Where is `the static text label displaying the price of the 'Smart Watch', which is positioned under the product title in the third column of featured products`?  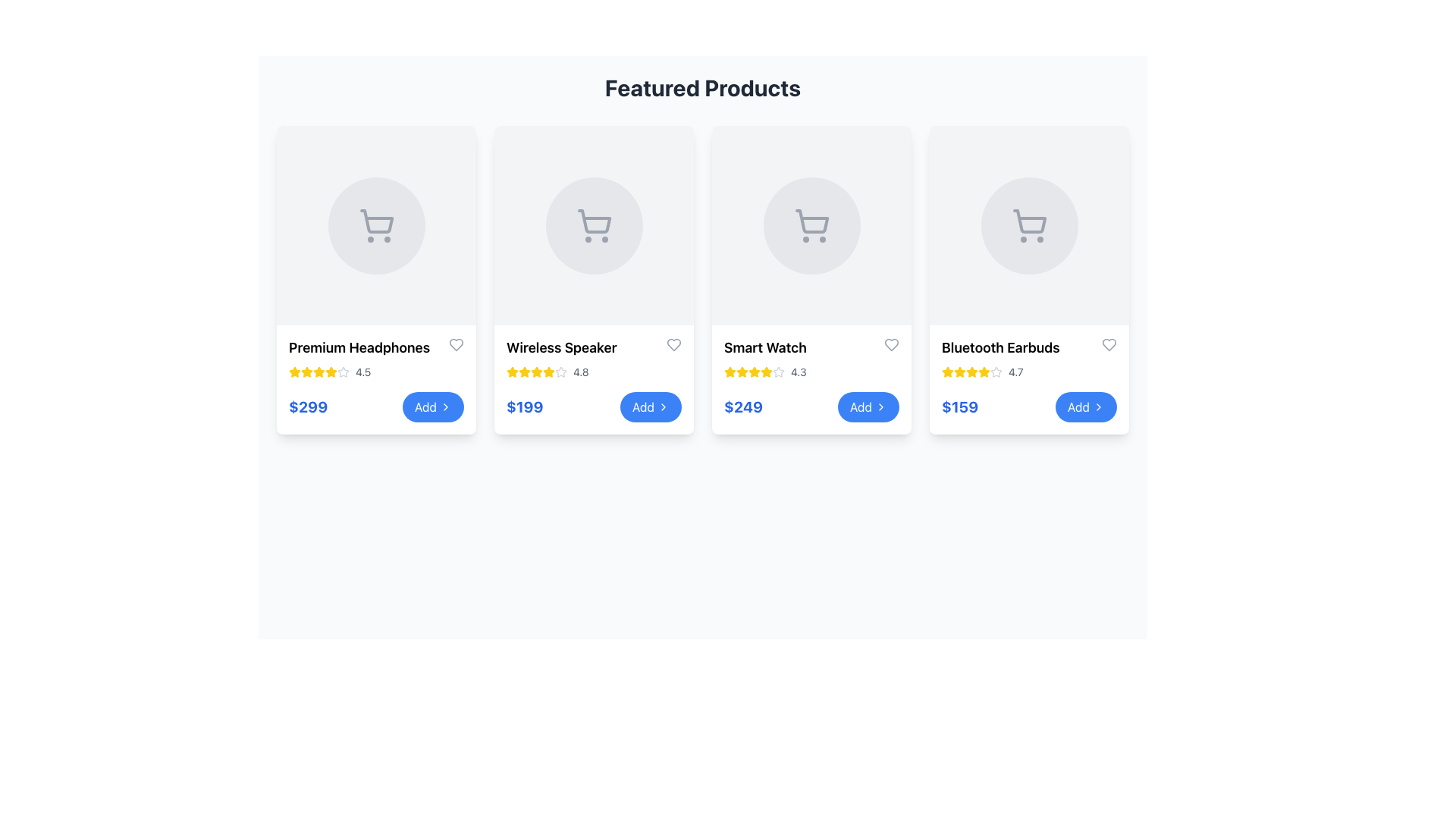 the static text label displaying the price of the 'Smart Watch', which is positioned under the product title in the third column of featured products is located at coordinates (743, 406).